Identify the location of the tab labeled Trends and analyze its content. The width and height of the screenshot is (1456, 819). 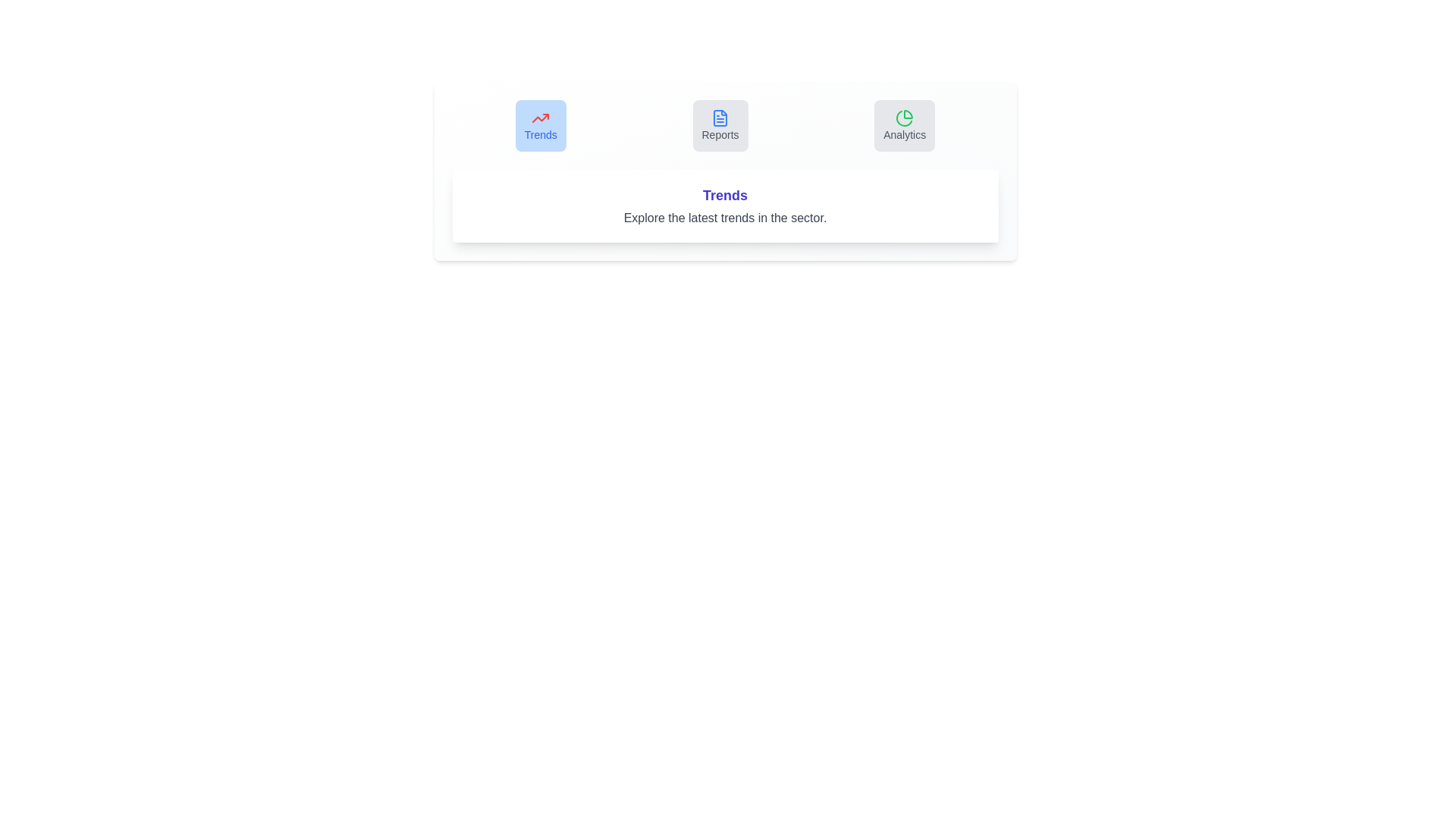
(541, 124).